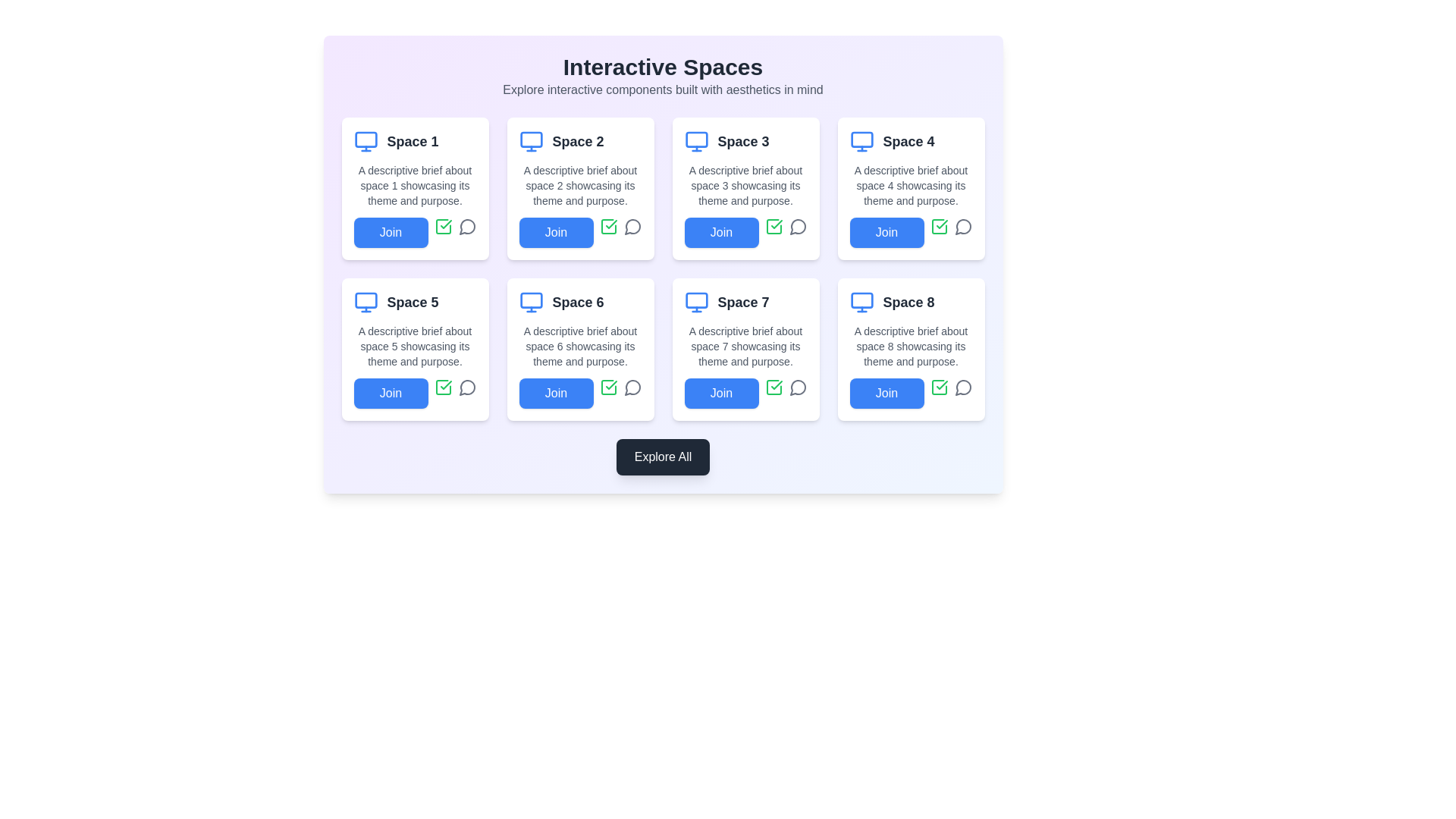 Image resolution: width=1456 pixels, height=819 pixels. I want to click on the Checkbox or confirmation icon, which is a green outlined square with a checkmark, located between the 'Join' button and a speech bubble icon, so click(773, 386).